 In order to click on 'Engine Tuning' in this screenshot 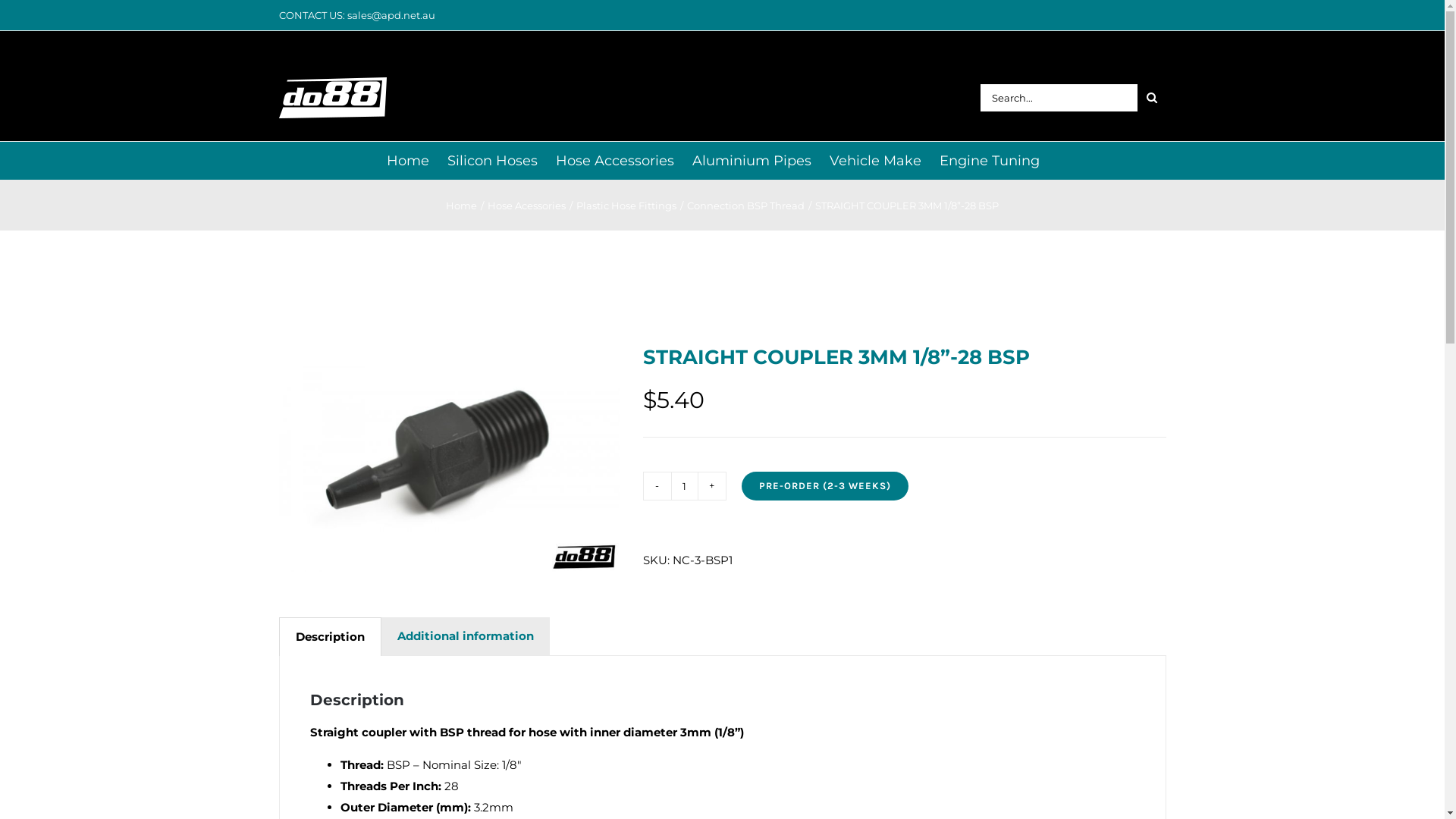, I will do `click(990, 161)`.